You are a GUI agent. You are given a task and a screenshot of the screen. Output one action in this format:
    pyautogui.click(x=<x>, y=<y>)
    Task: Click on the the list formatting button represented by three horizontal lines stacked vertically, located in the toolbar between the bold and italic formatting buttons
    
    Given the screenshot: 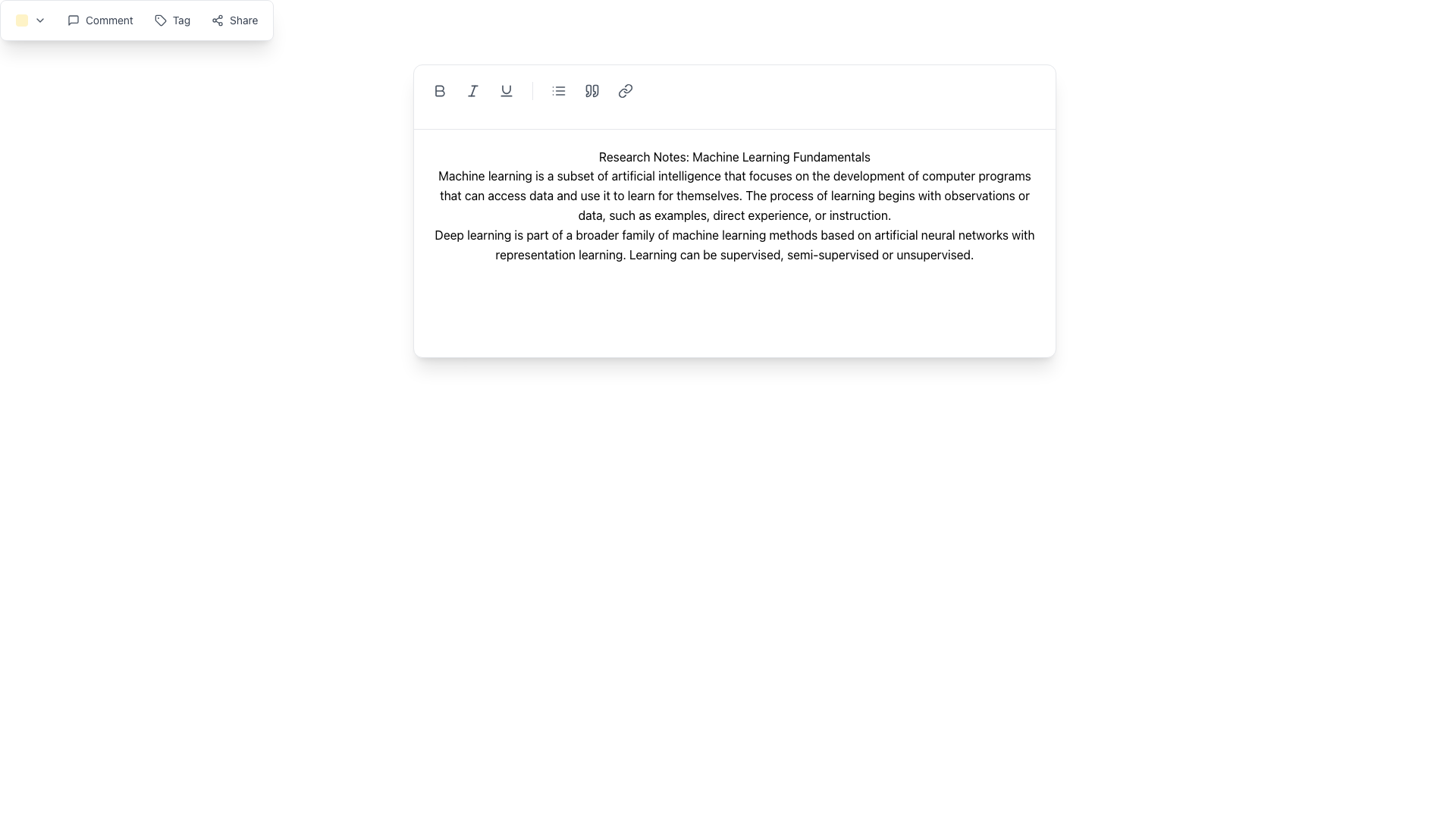 What is the action you would take?
    pyautogui.click(x=558, y=90)
    